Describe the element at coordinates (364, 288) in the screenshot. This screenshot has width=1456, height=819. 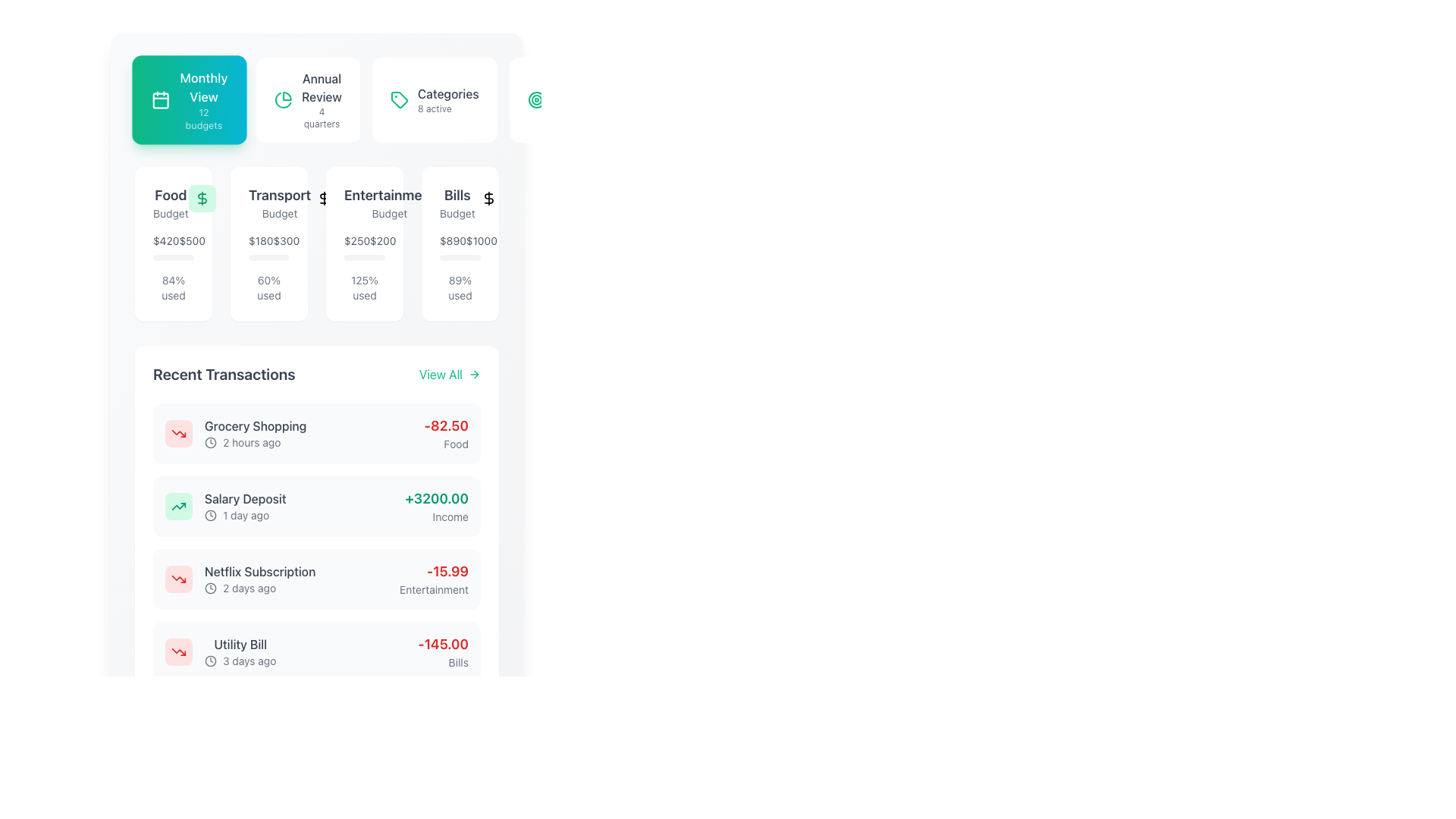
I see `the informational text label displaying '125%' and 'used' at the bottom of the 'Entertainment' budget card` at that location.